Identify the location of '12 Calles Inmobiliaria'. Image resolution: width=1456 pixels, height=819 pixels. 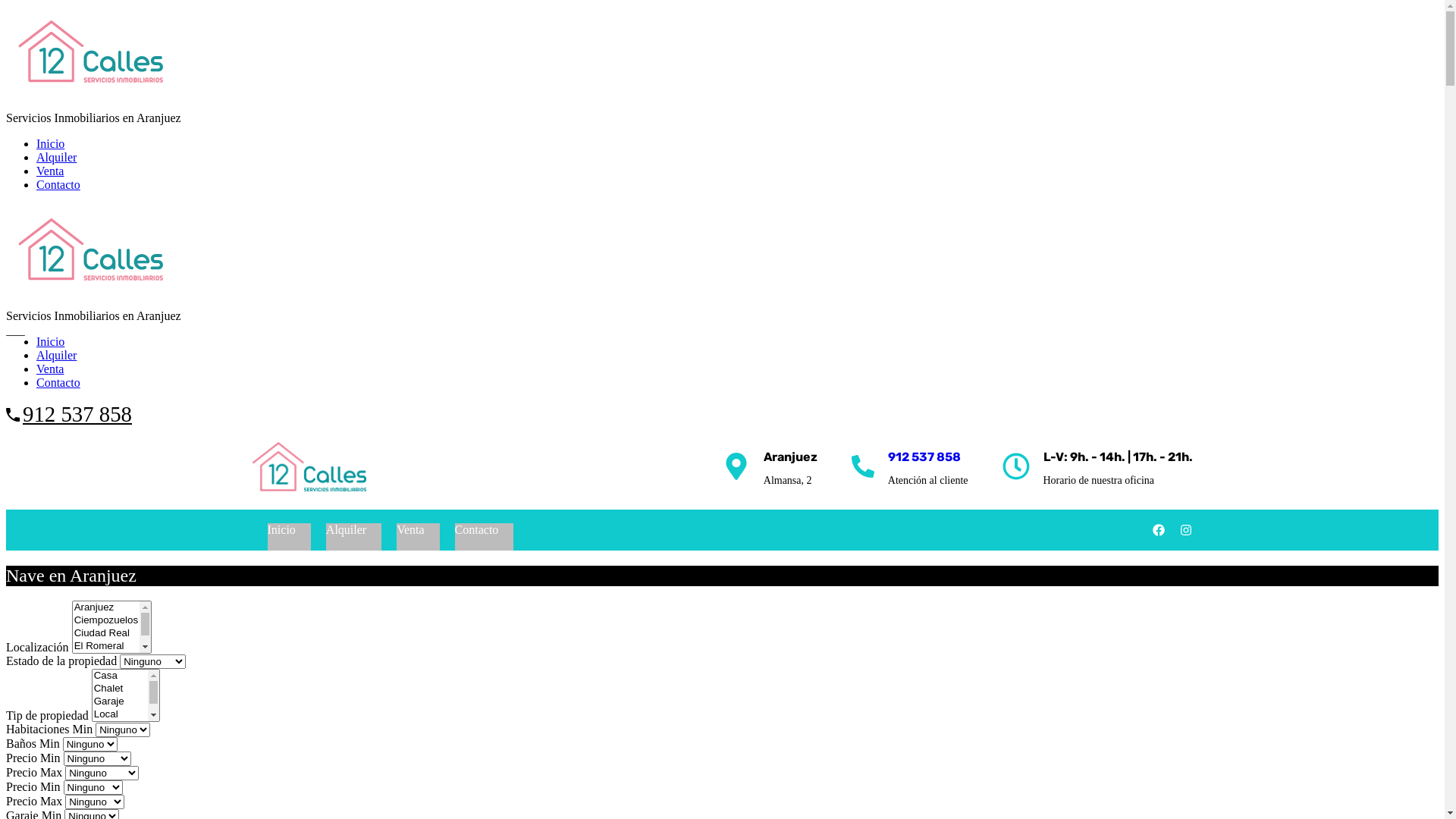
(89, 290).